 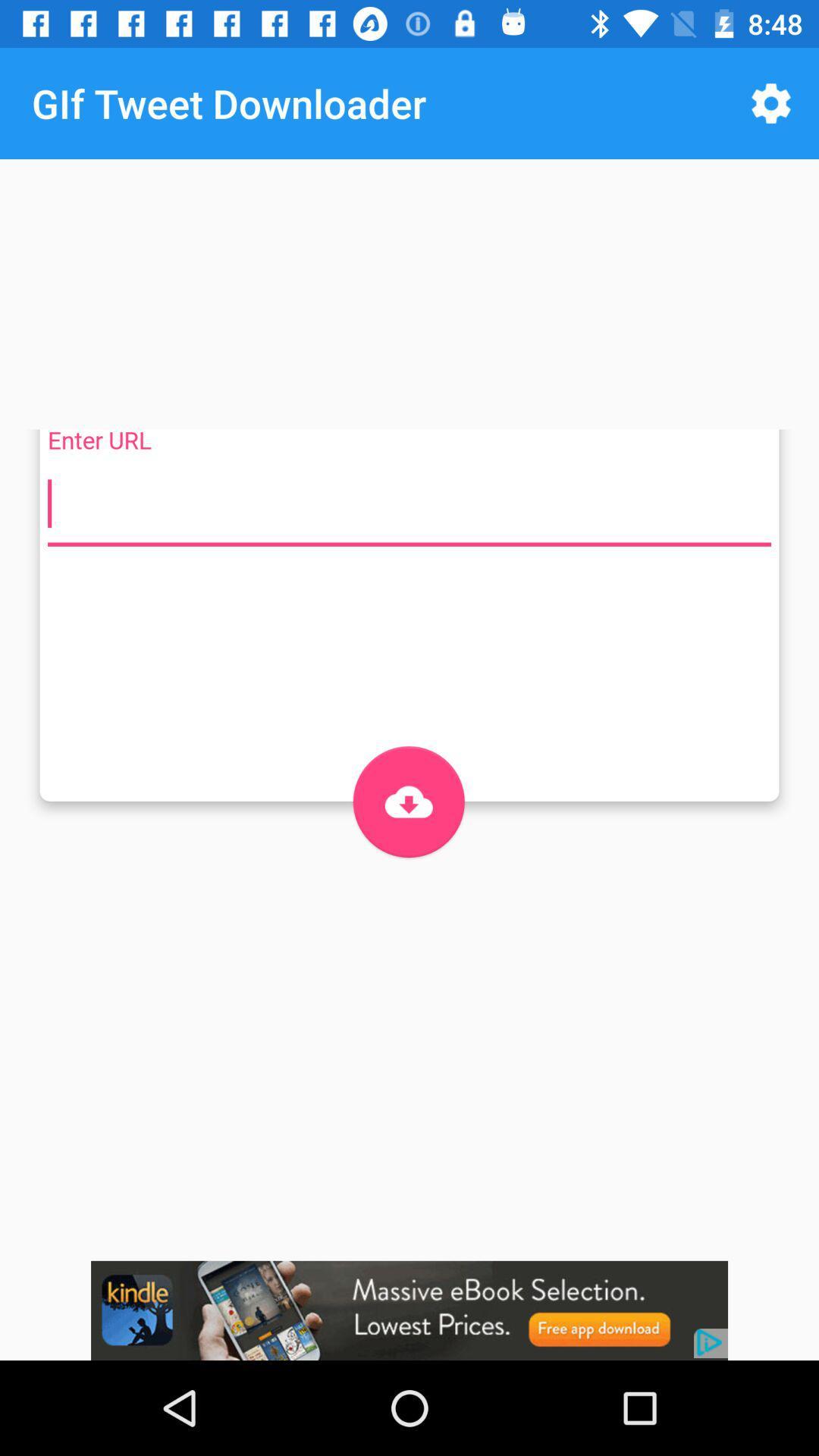 What do you see at coordinates (409, 1310) in the screenshot?
I see `opens an advertisement` at bounding box center [409, 1310].